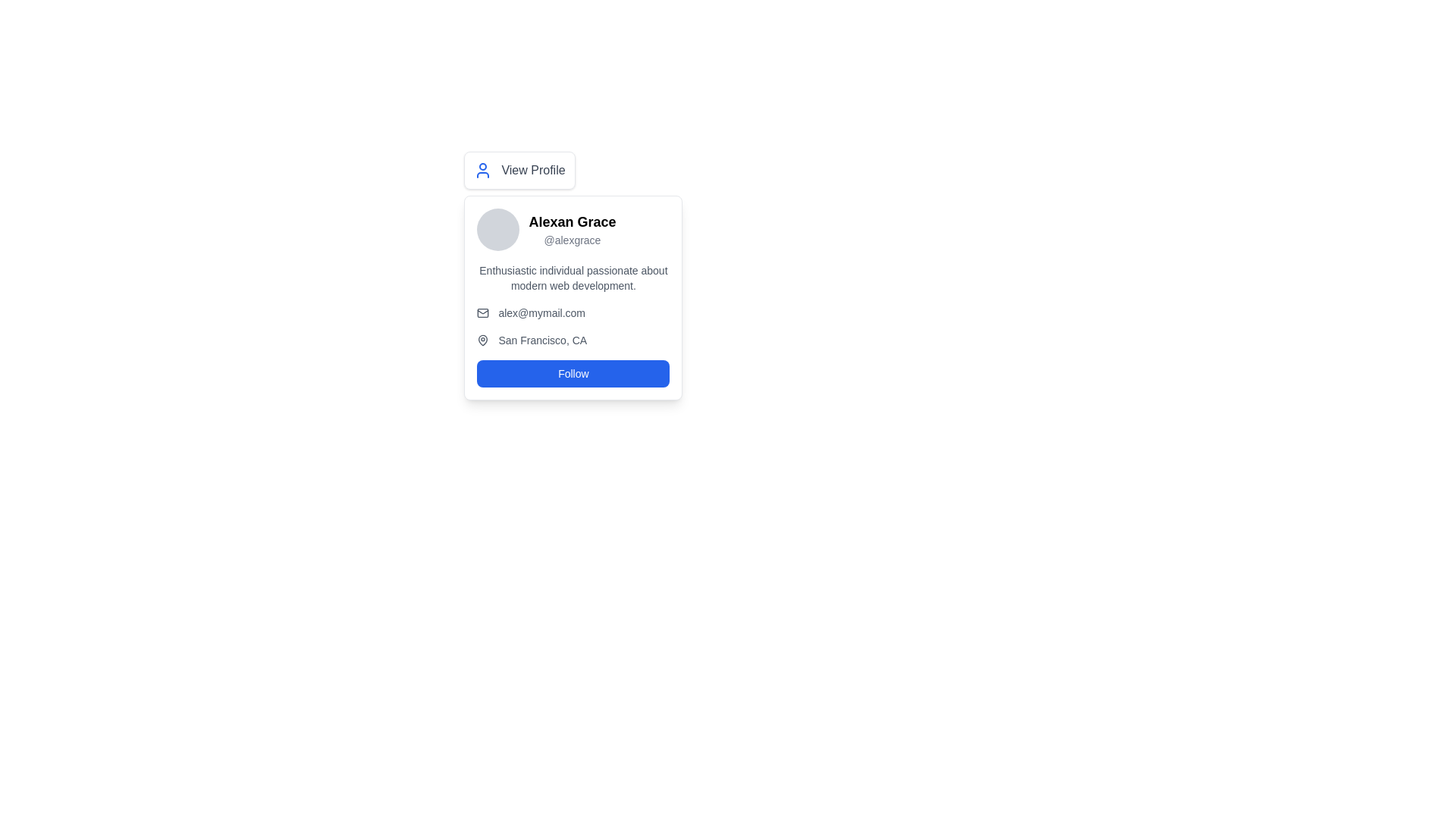 The height and width of the screenshot is (819, 1456). Describe the element at coordinates (533, 170) in the screenshot. I see `text content of the label located to the right of the blue user icon within the user-profile card` at that location.